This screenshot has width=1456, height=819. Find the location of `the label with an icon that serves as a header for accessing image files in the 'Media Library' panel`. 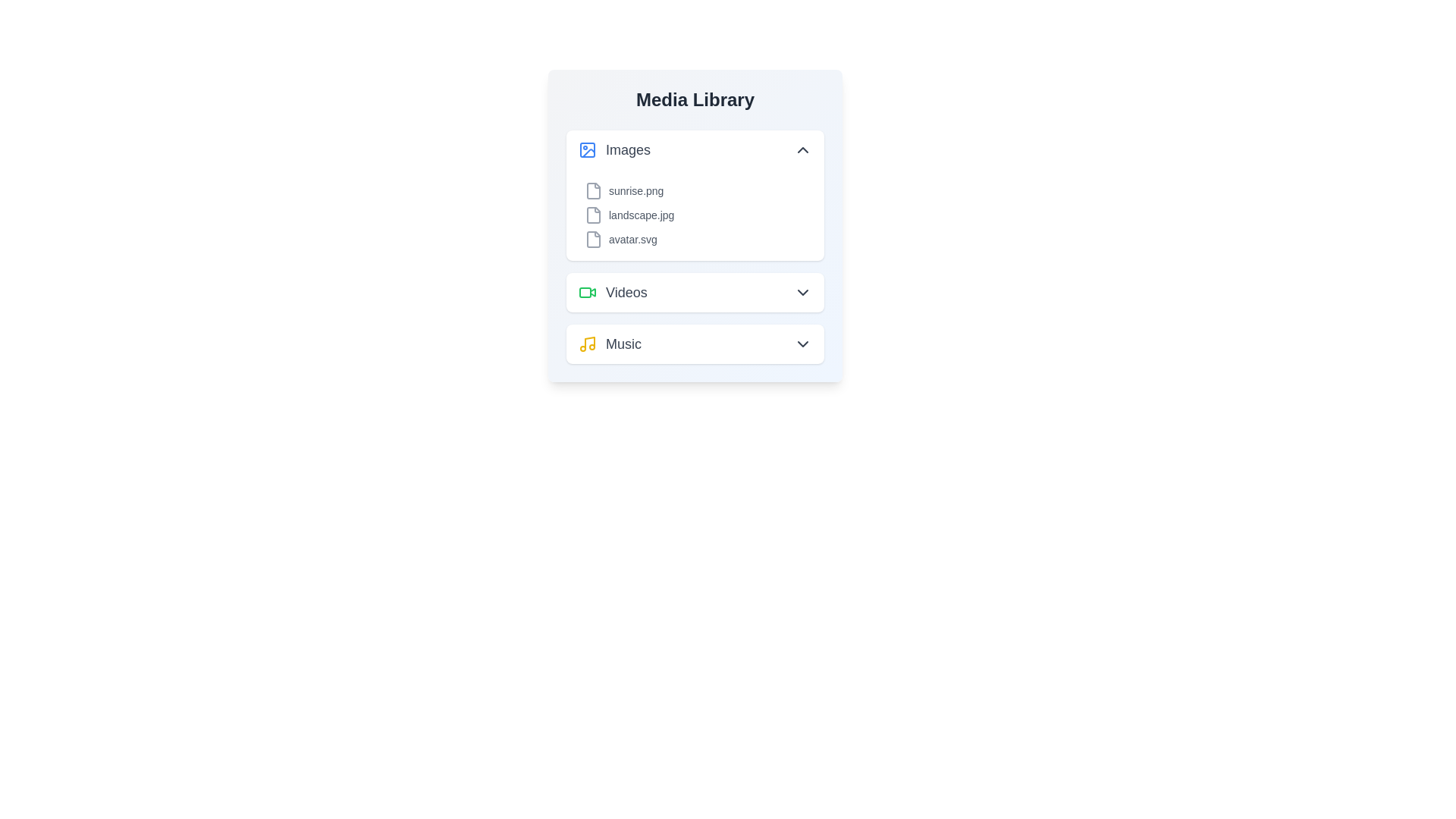

the label with an icon that serves as a header for accessing image files in the 'Media Library' panel is located at coordinates (614, 149).